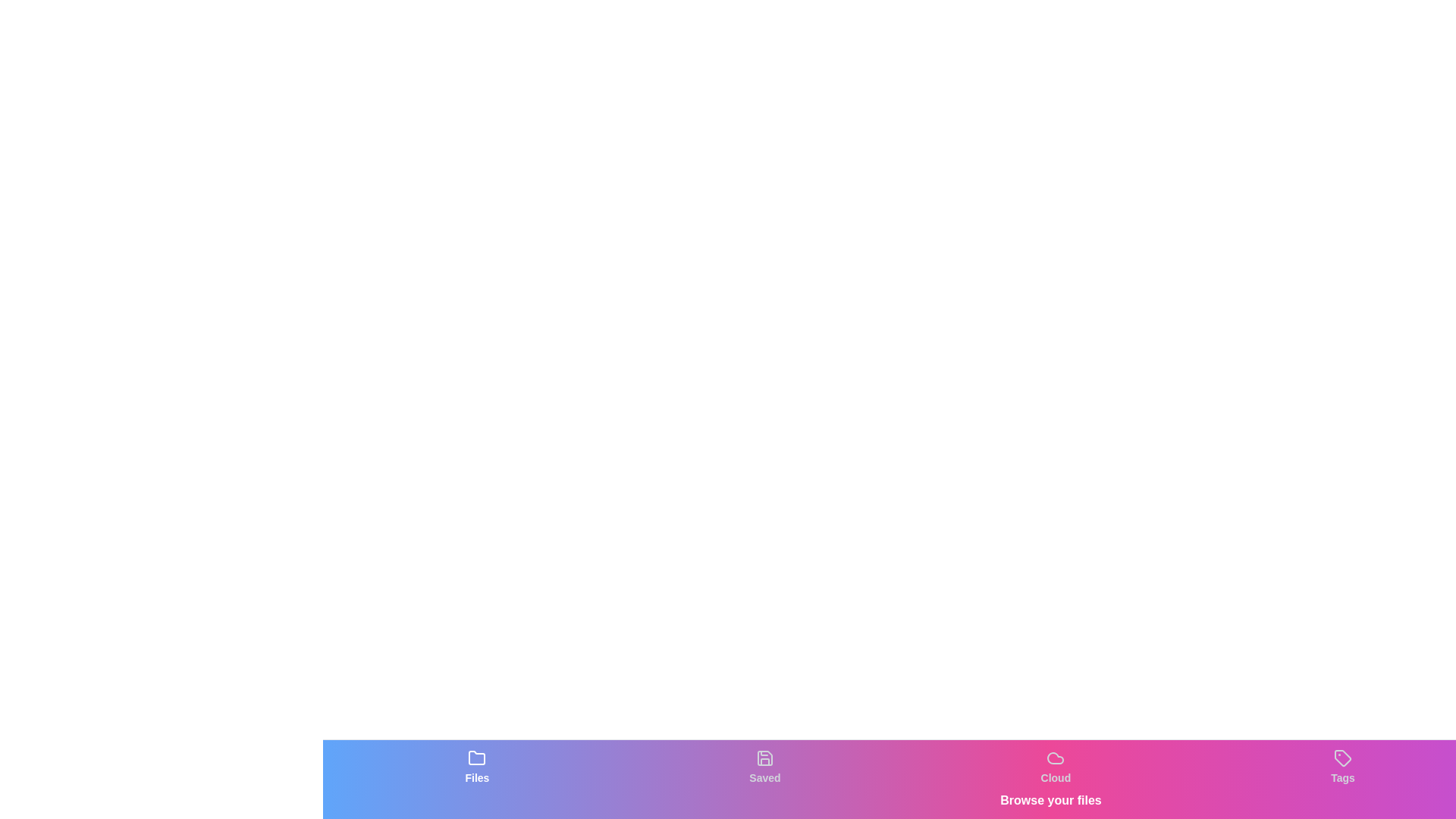 Image resolution: width=1456 pixels, height=819 pixels. I want to click on the tab labeled Cloud, so click(1055, 767).